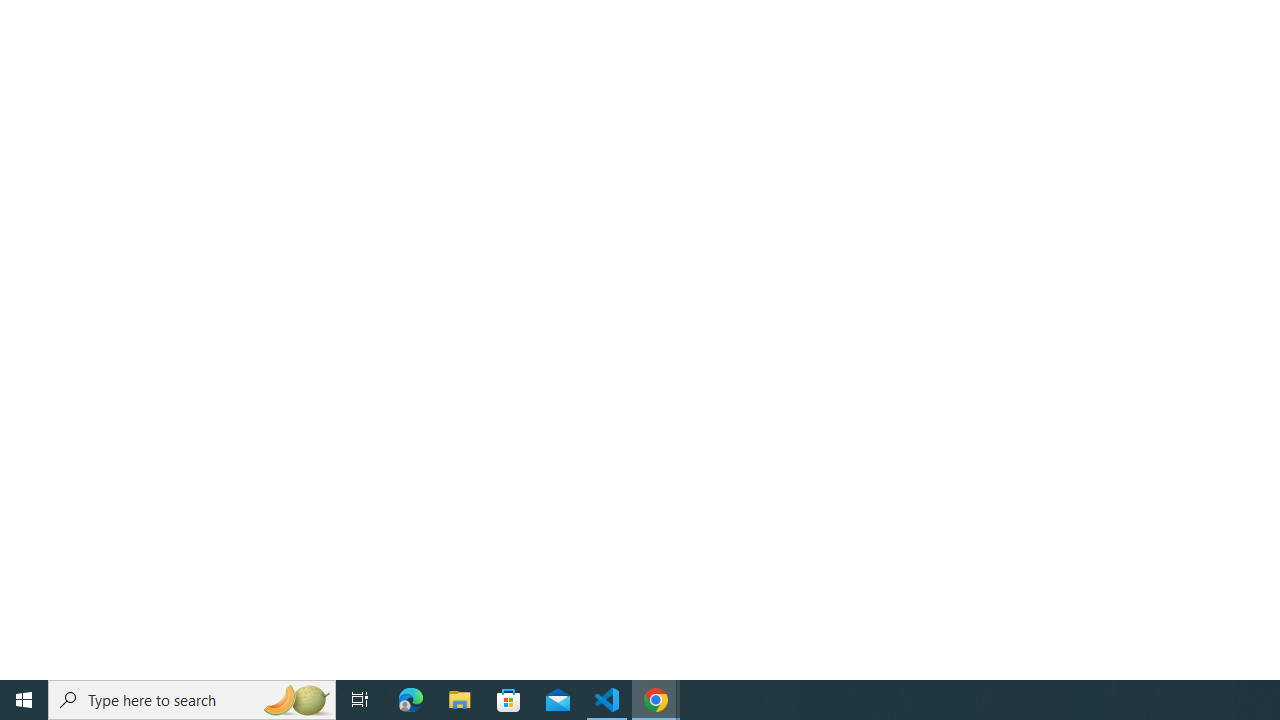  I want to click on 'File Explorer', so click(459, 698).